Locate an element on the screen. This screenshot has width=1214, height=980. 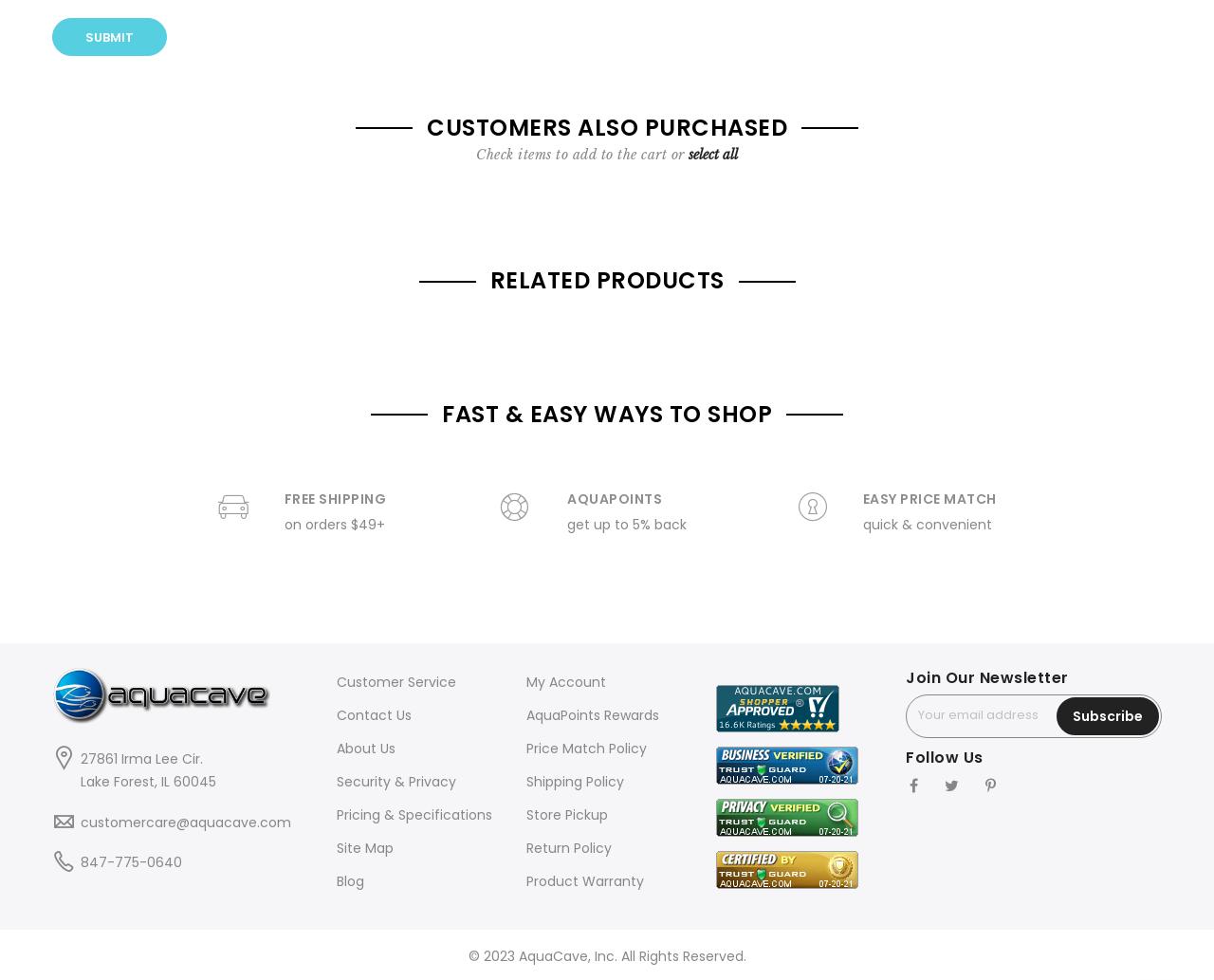
'EASY PRICE MATCH' is located at coordinates (929, 498).